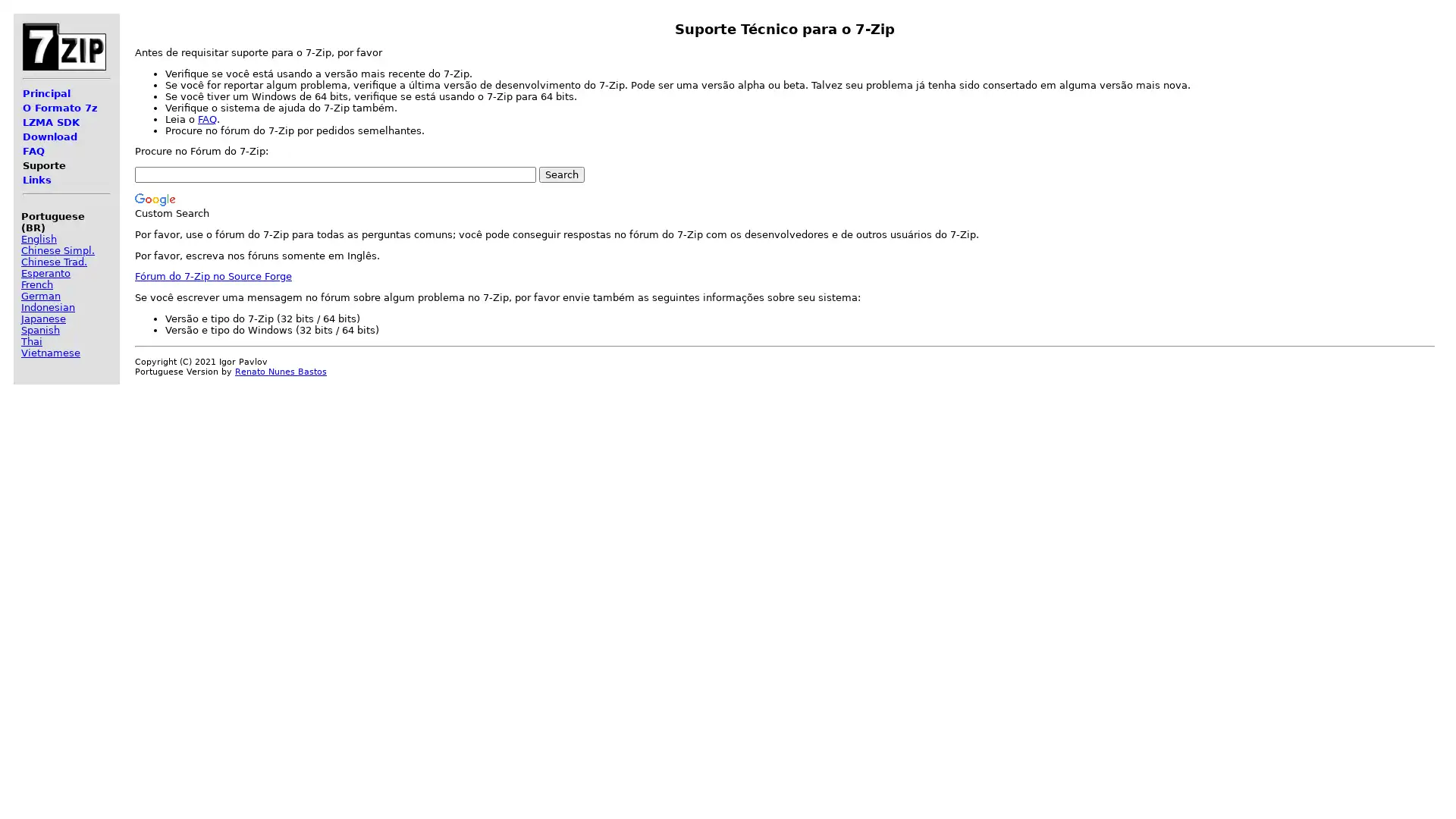 This screenshot has width=1456, height=819. Describe the element at coordinates (560, 174) in the screenshot. I see `Search` at that location.